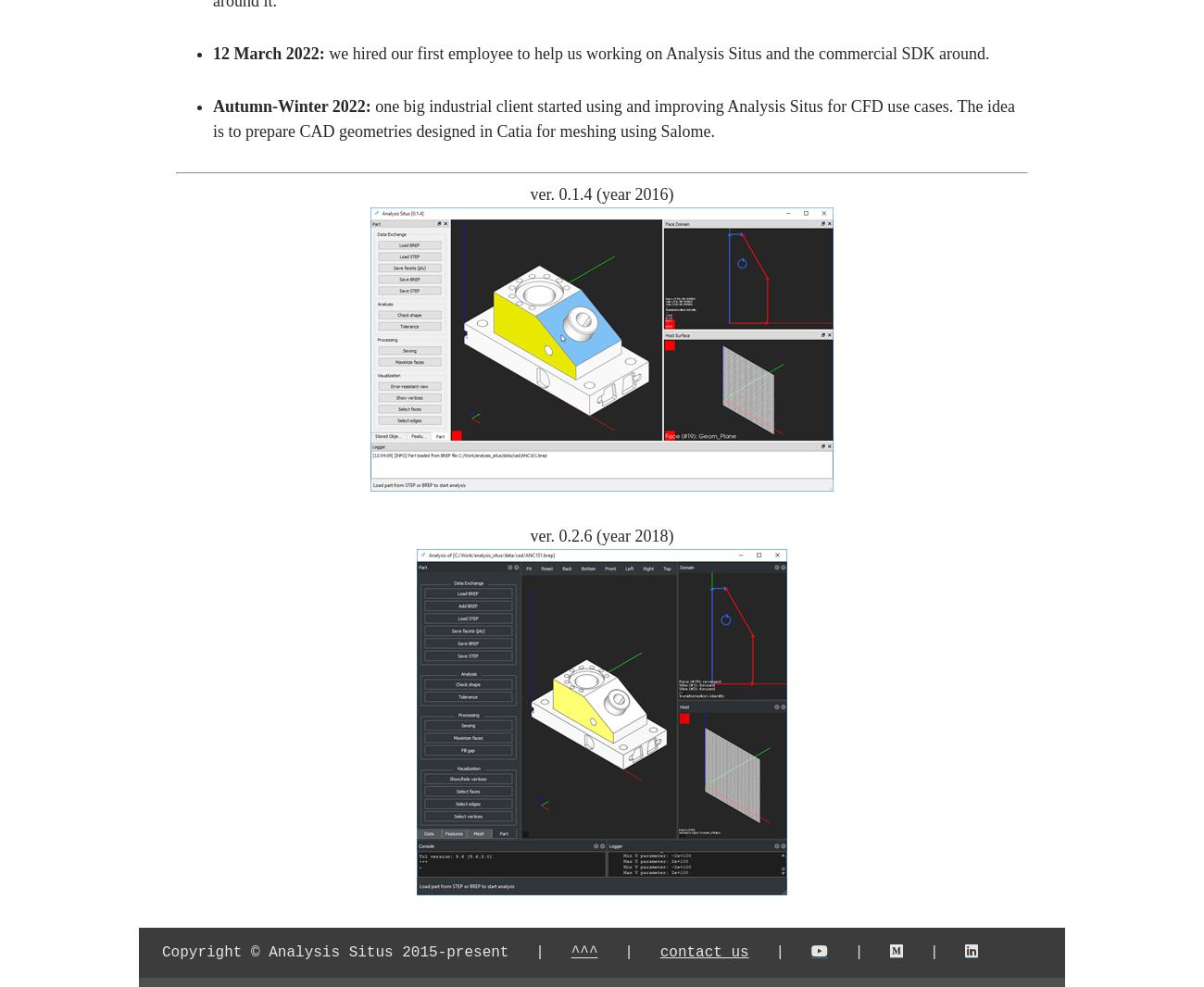 This screenshot has width=1204, height=987. I want to click on 'we hired our first employee to help us working on Analysis Situs and the commercial SDK around.', so click(657, 52).